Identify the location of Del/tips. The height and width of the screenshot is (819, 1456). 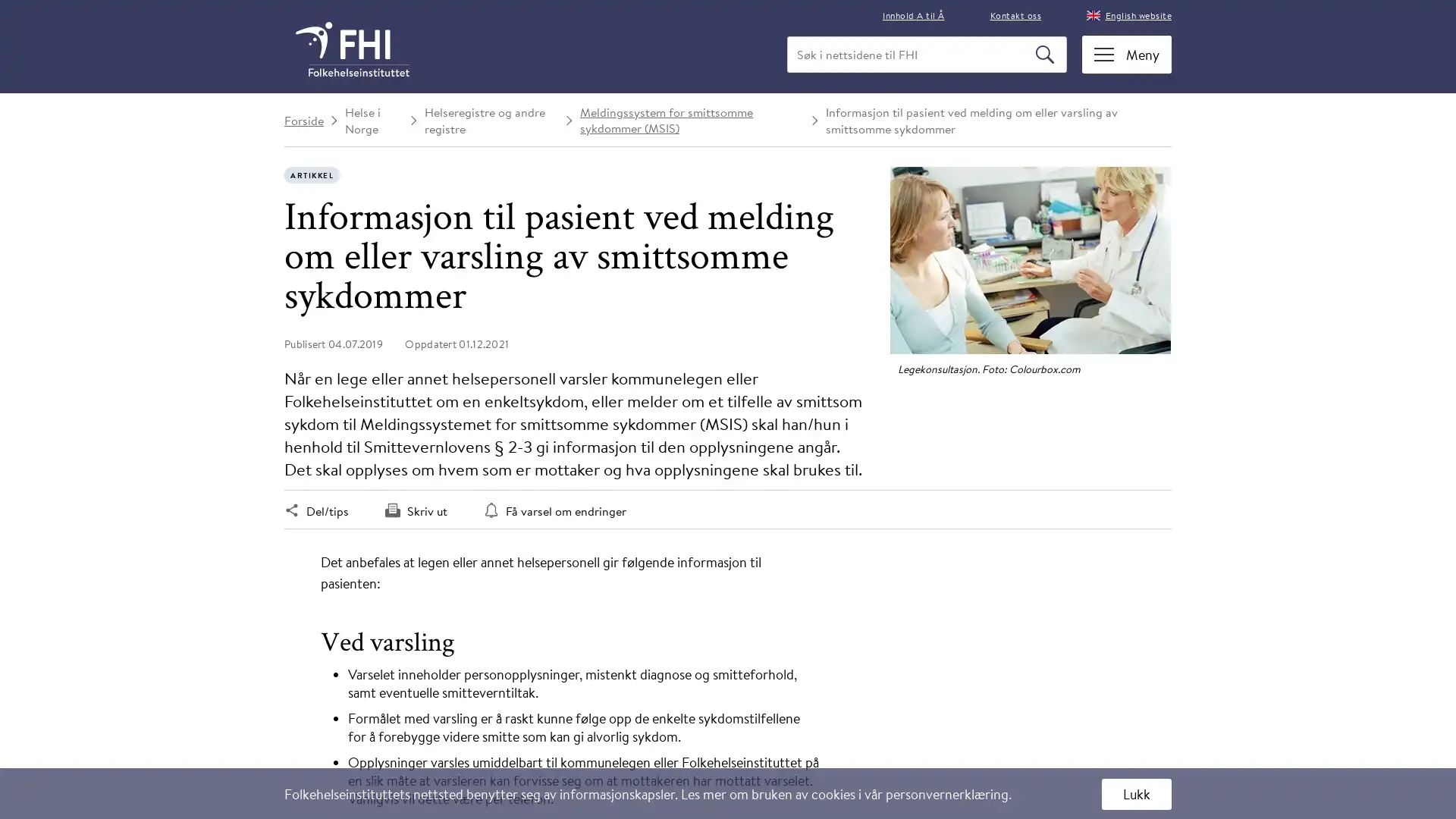
(315, 511).